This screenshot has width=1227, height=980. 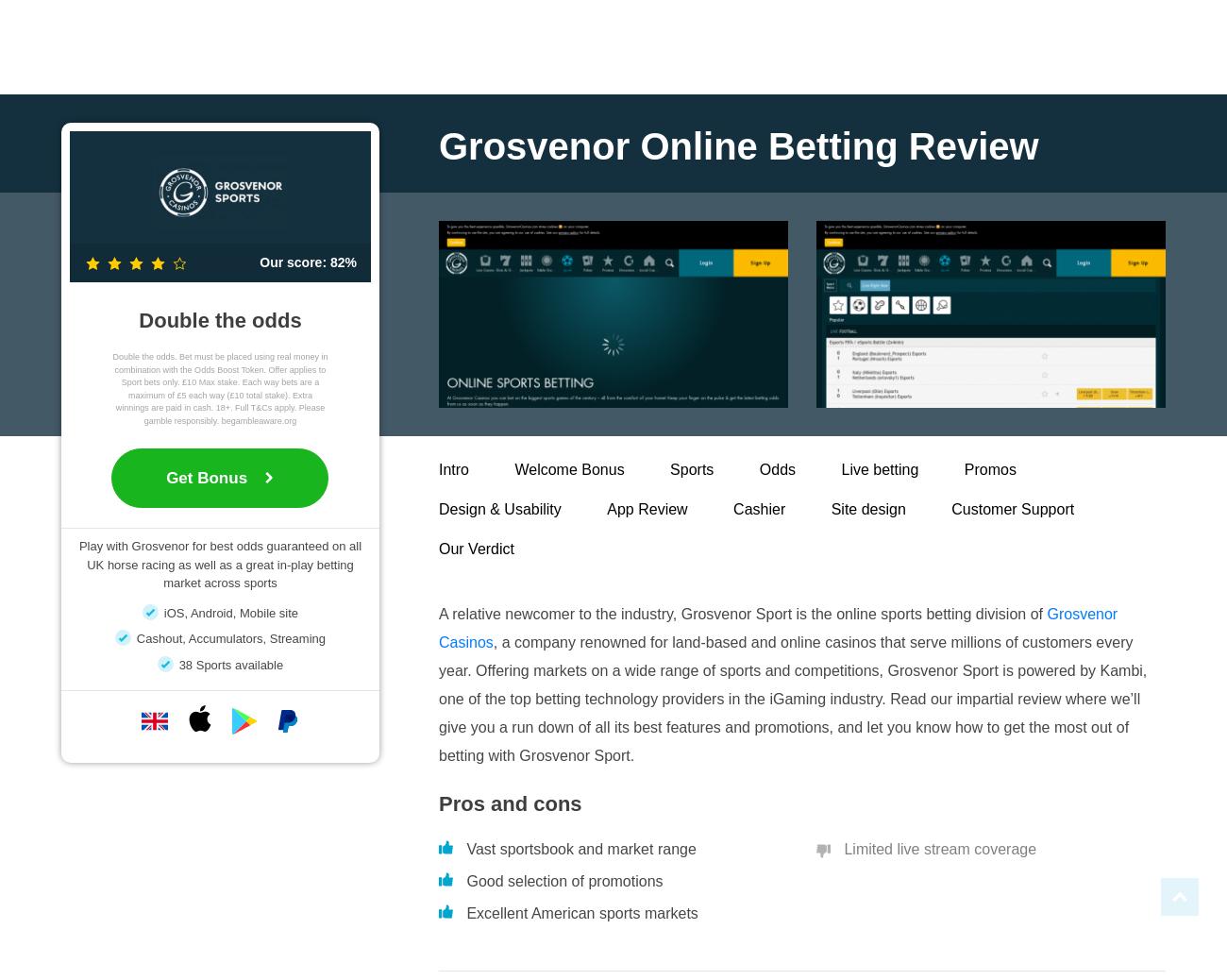 I want to click on 'Our score:', so click(x=259, y=262).